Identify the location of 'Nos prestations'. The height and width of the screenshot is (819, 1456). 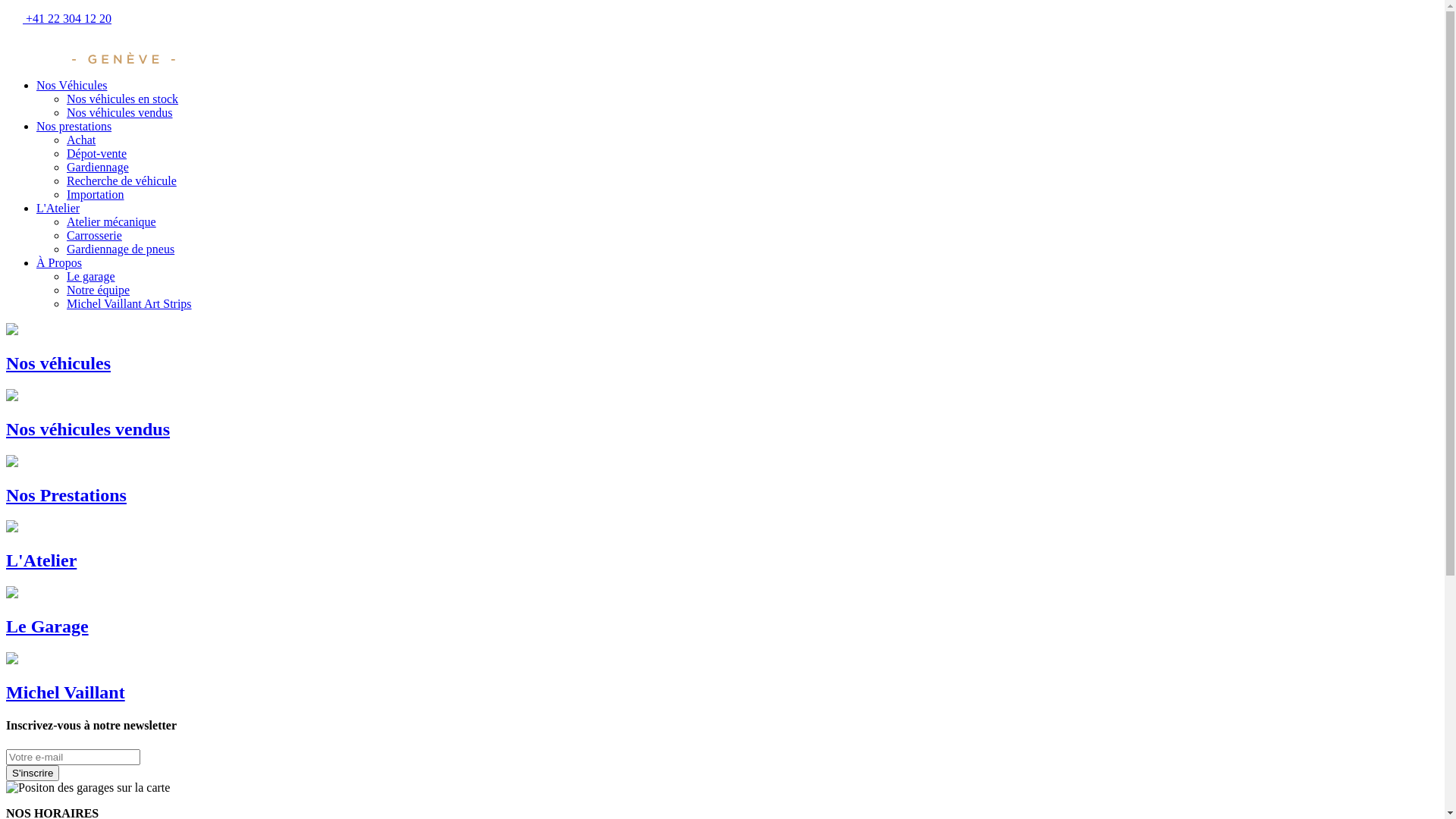
(73, 125).